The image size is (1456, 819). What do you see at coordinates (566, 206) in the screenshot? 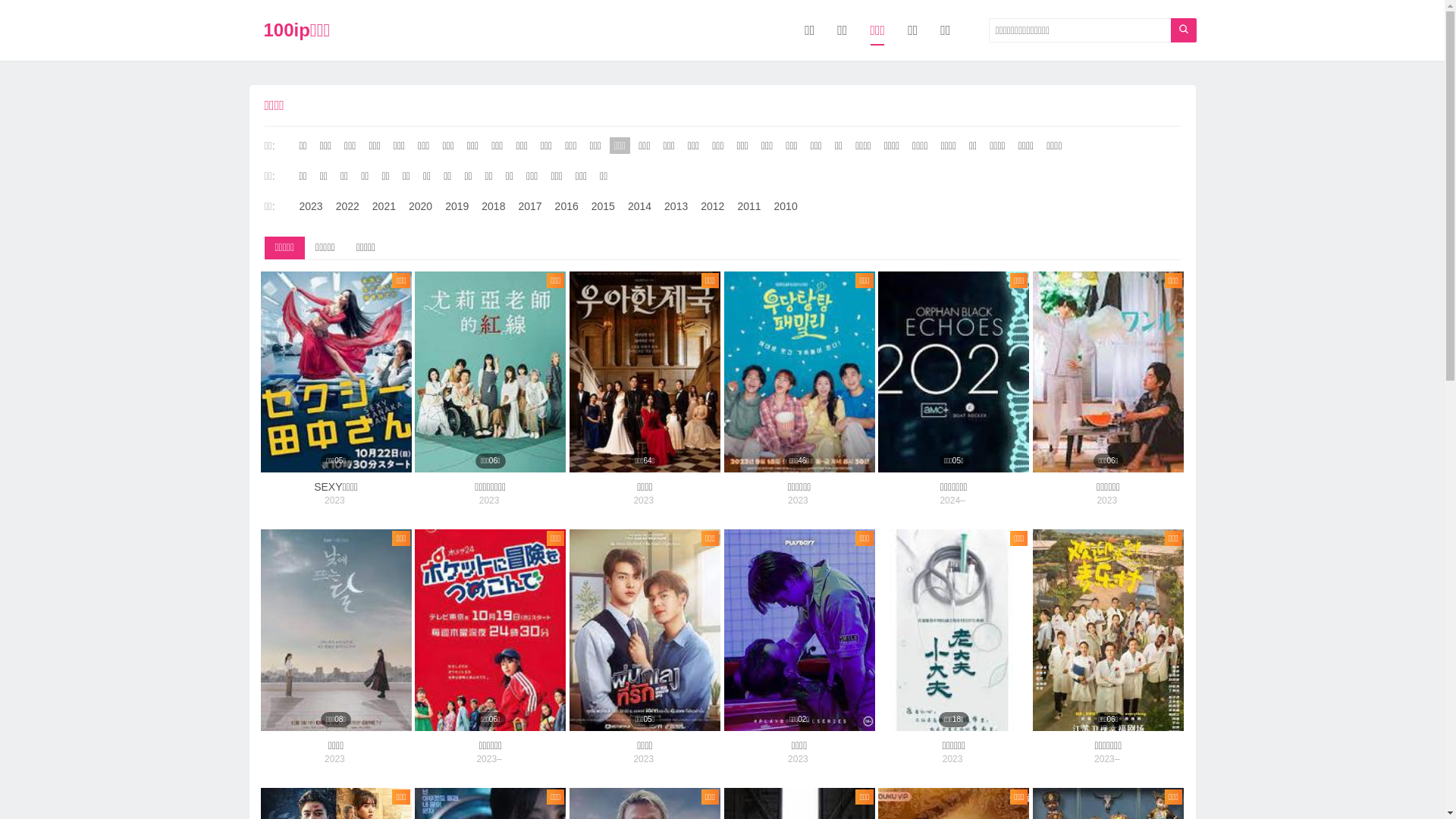
I see `'2016'` at bounding box center [566, 206].